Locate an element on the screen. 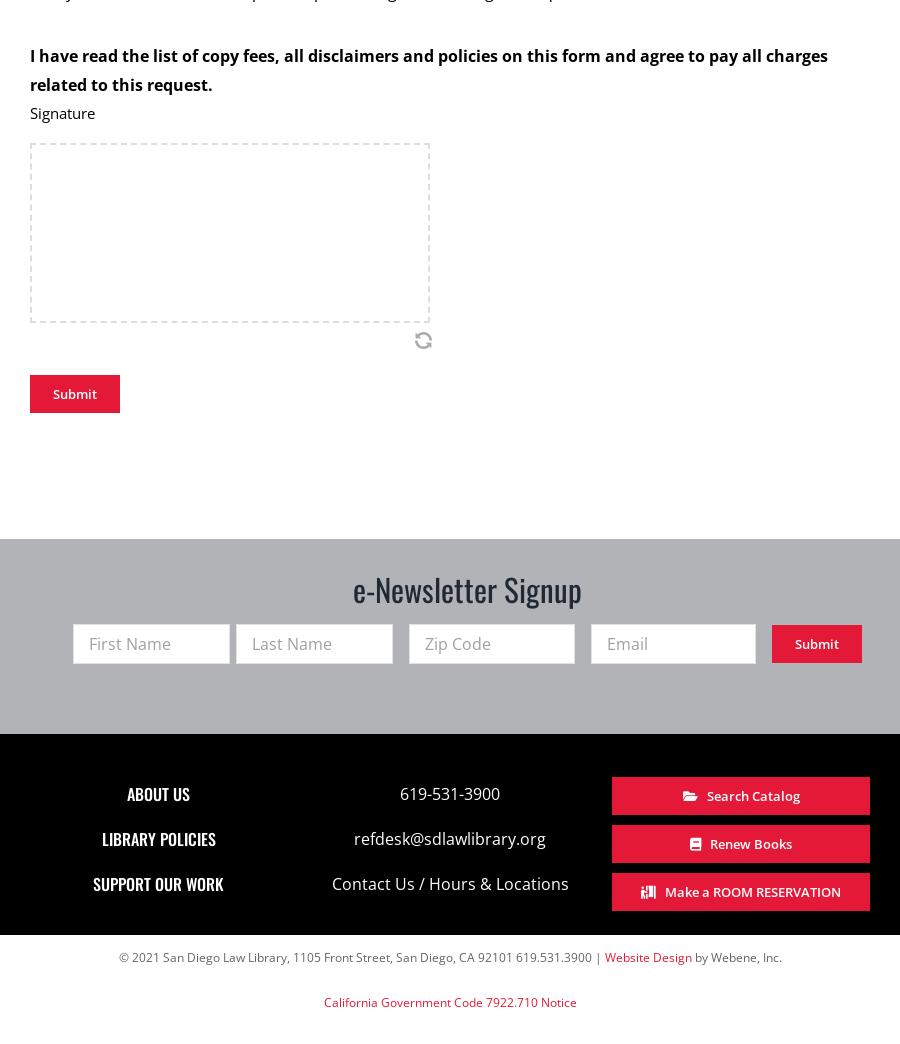 Image resolution: width=900 pixels, height=1044 pixels. 'LIBRARY POLICIES' is located at coordinates (158, 837).